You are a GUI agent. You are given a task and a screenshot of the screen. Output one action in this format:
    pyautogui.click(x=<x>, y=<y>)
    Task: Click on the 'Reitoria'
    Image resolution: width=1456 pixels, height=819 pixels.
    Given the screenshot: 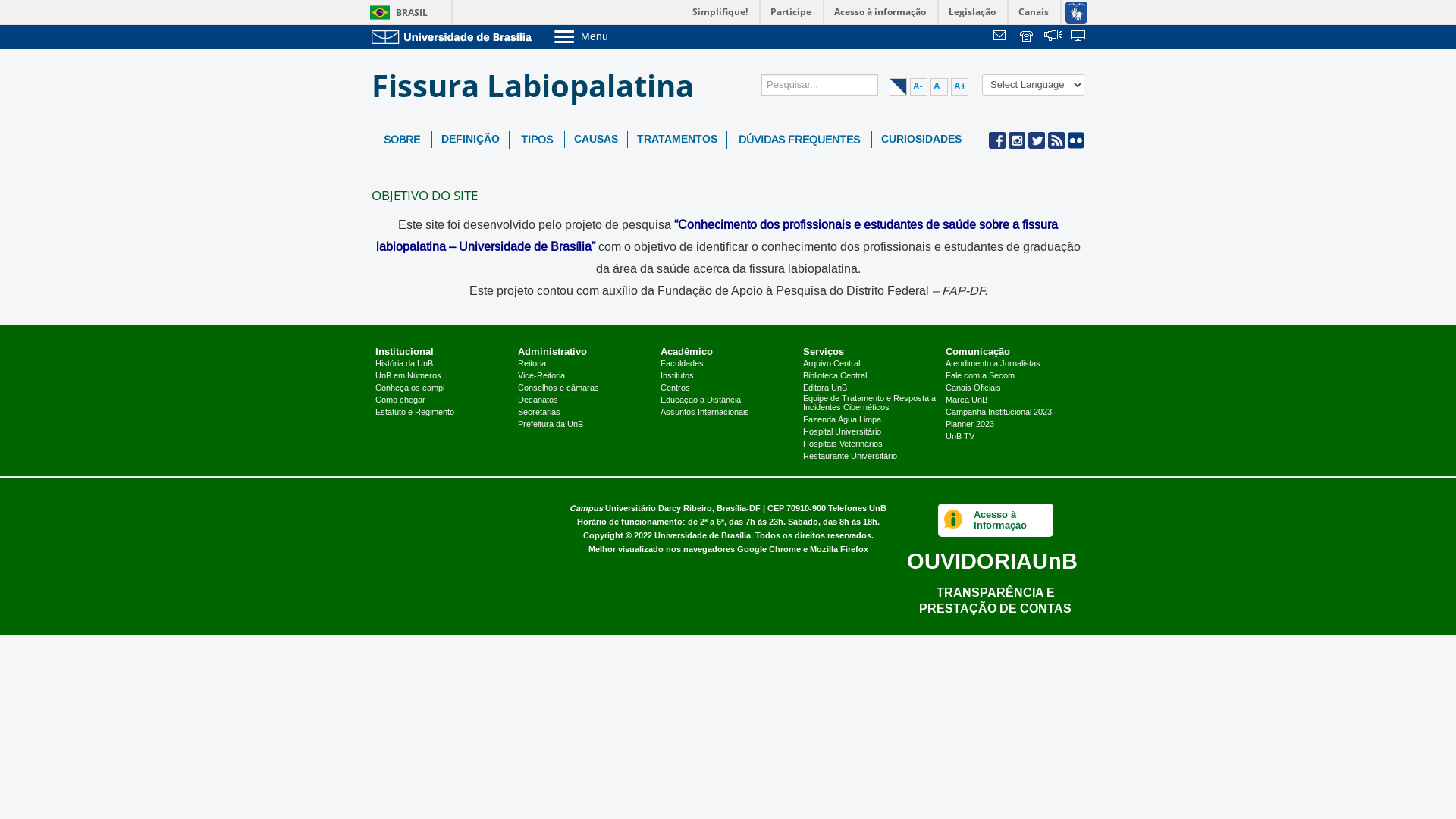 What is the action you would take?
    pyautogui.click(x=532, y=363)
    